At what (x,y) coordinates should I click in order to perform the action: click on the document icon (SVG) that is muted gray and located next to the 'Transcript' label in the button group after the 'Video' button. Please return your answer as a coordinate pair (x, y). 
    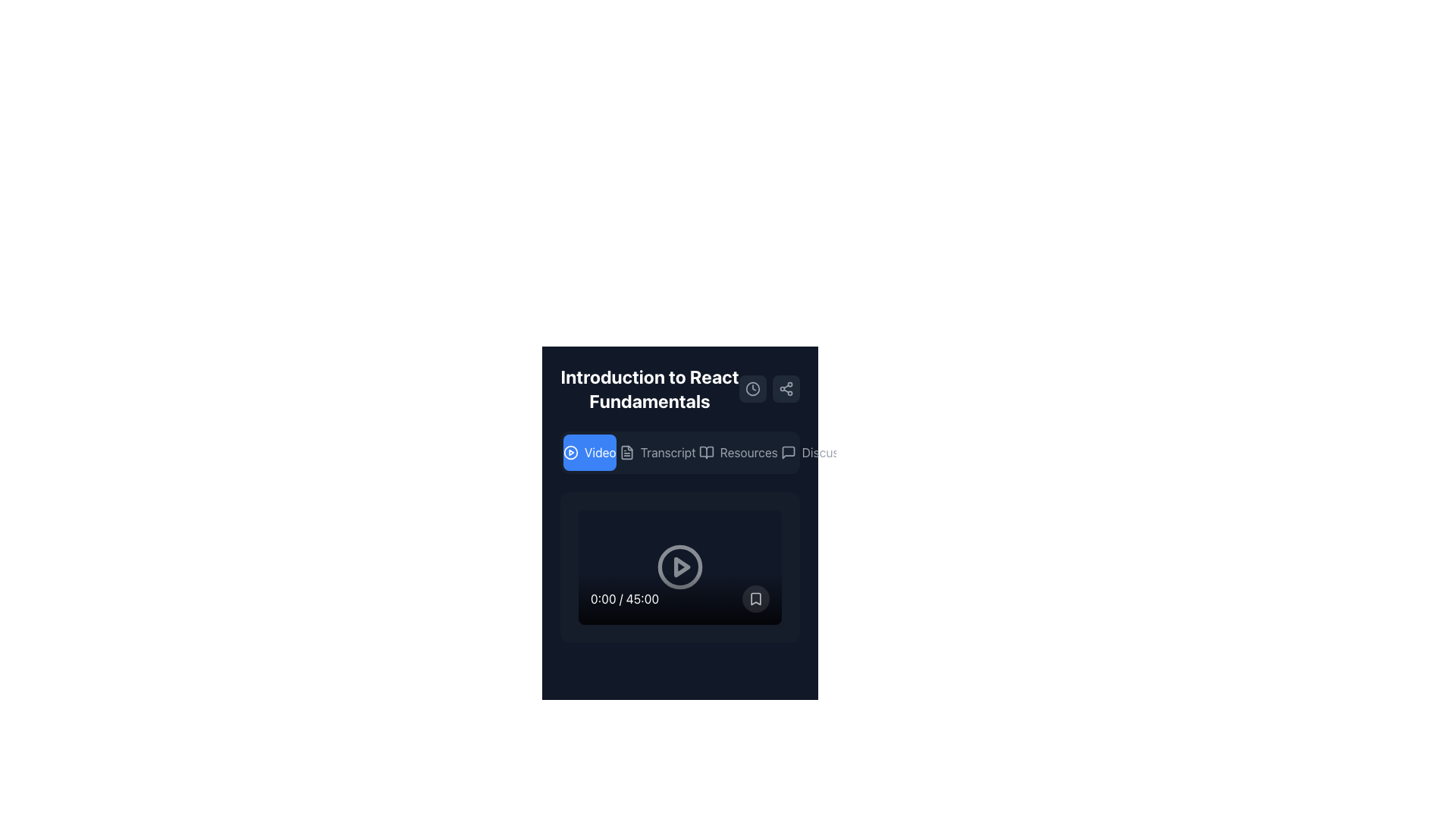
    Looking at the image, I should click on (626, 452).